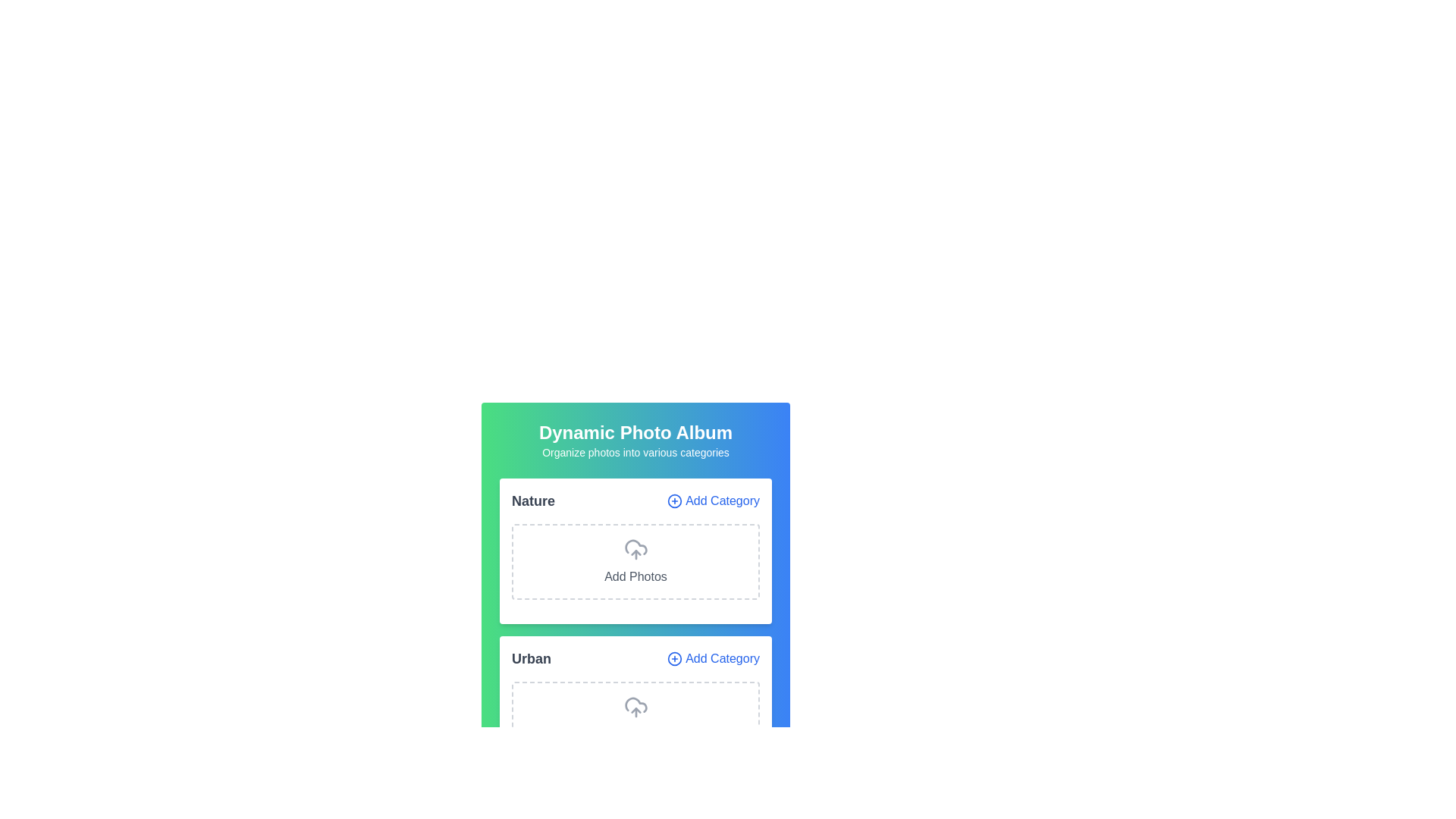 This screenshot has width=1456, height=819. I want to click on the center of the Interactive upload area within the 'Urban' category card to potentially open a file selector, so click(635, 718).